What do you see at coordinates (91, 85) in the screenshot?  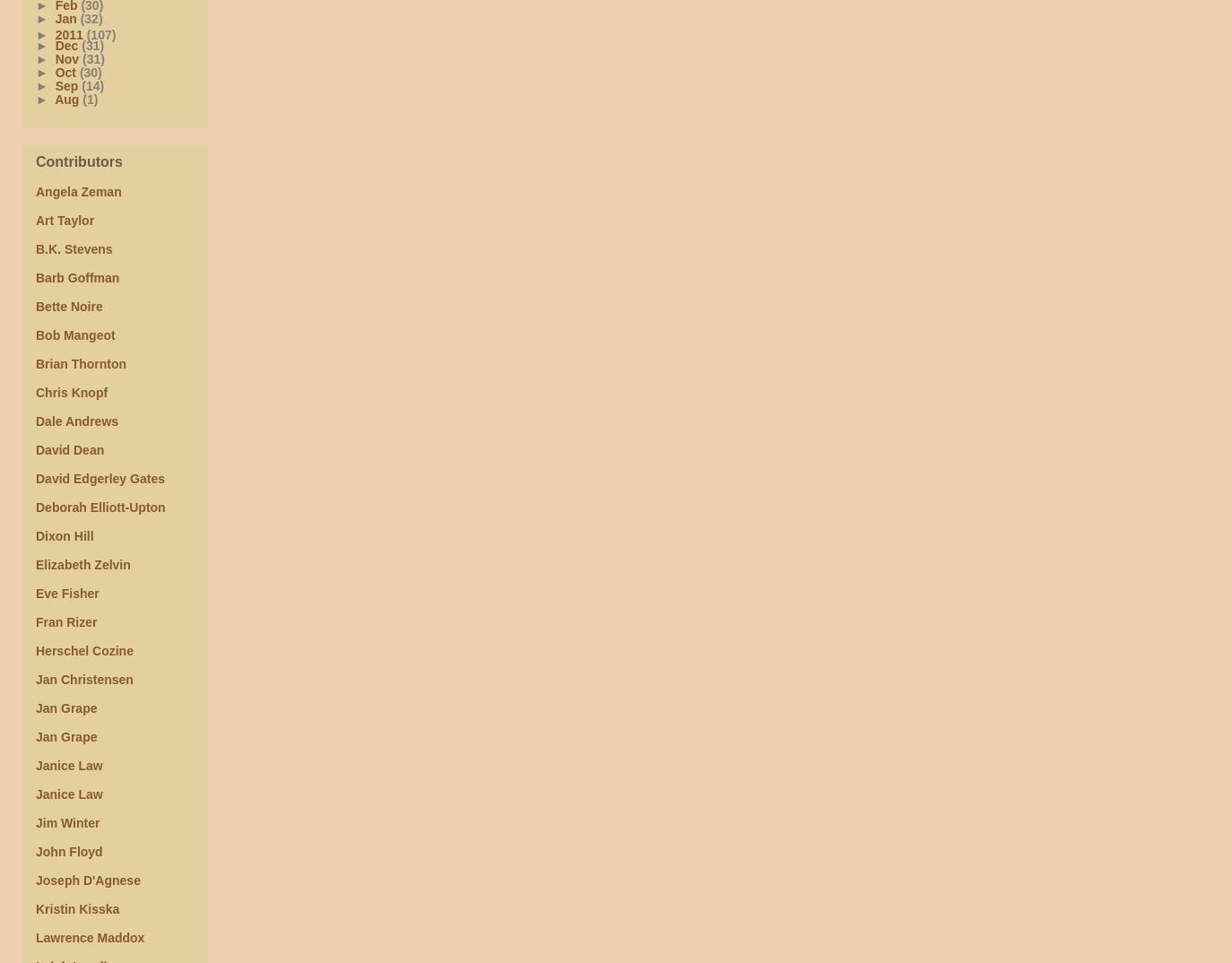 I see `'(14)'` at bounding box center [91, 85].